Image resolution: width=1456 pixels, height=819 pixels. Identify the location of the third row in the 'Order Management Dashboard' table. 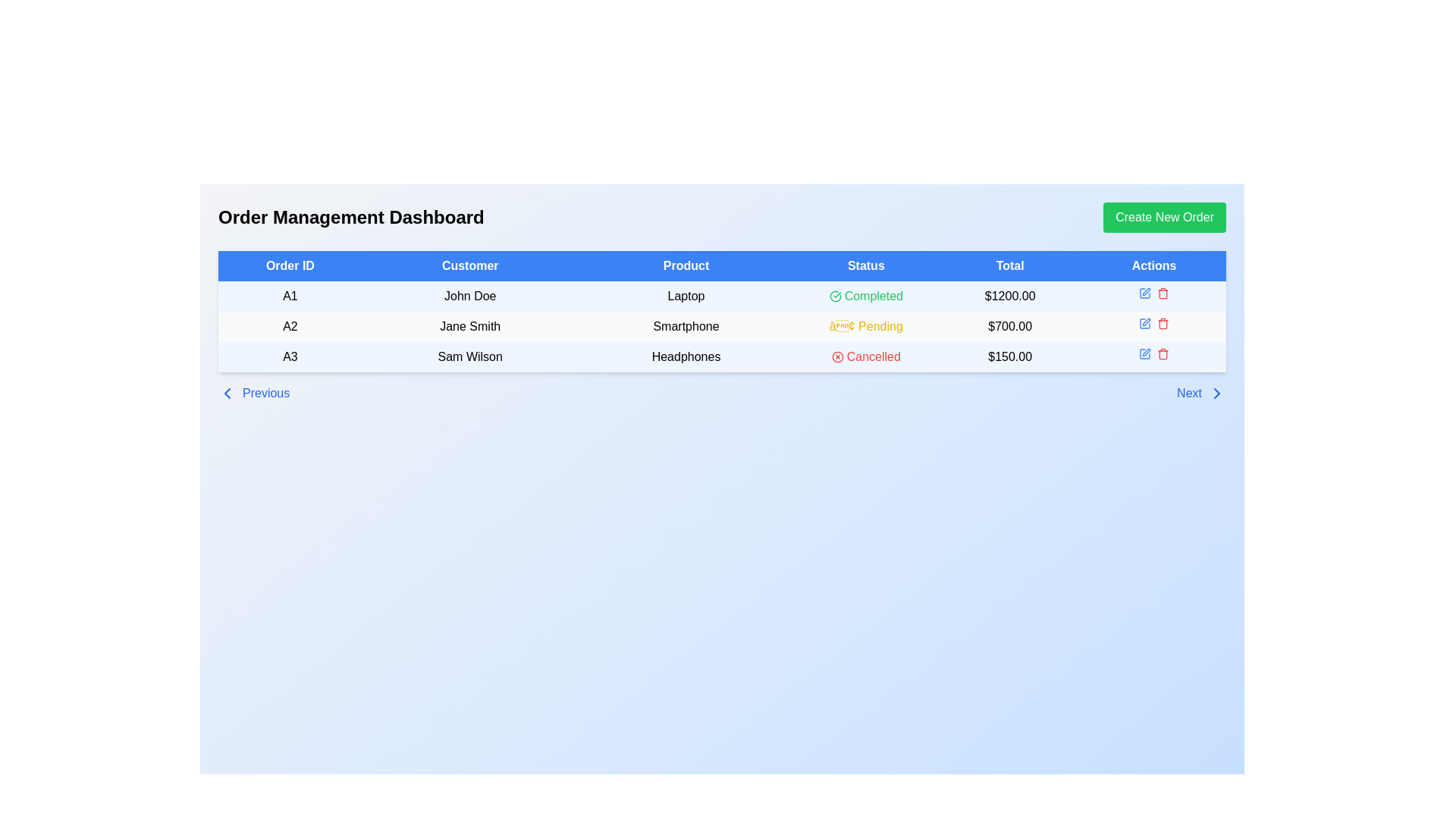
(721, 356).